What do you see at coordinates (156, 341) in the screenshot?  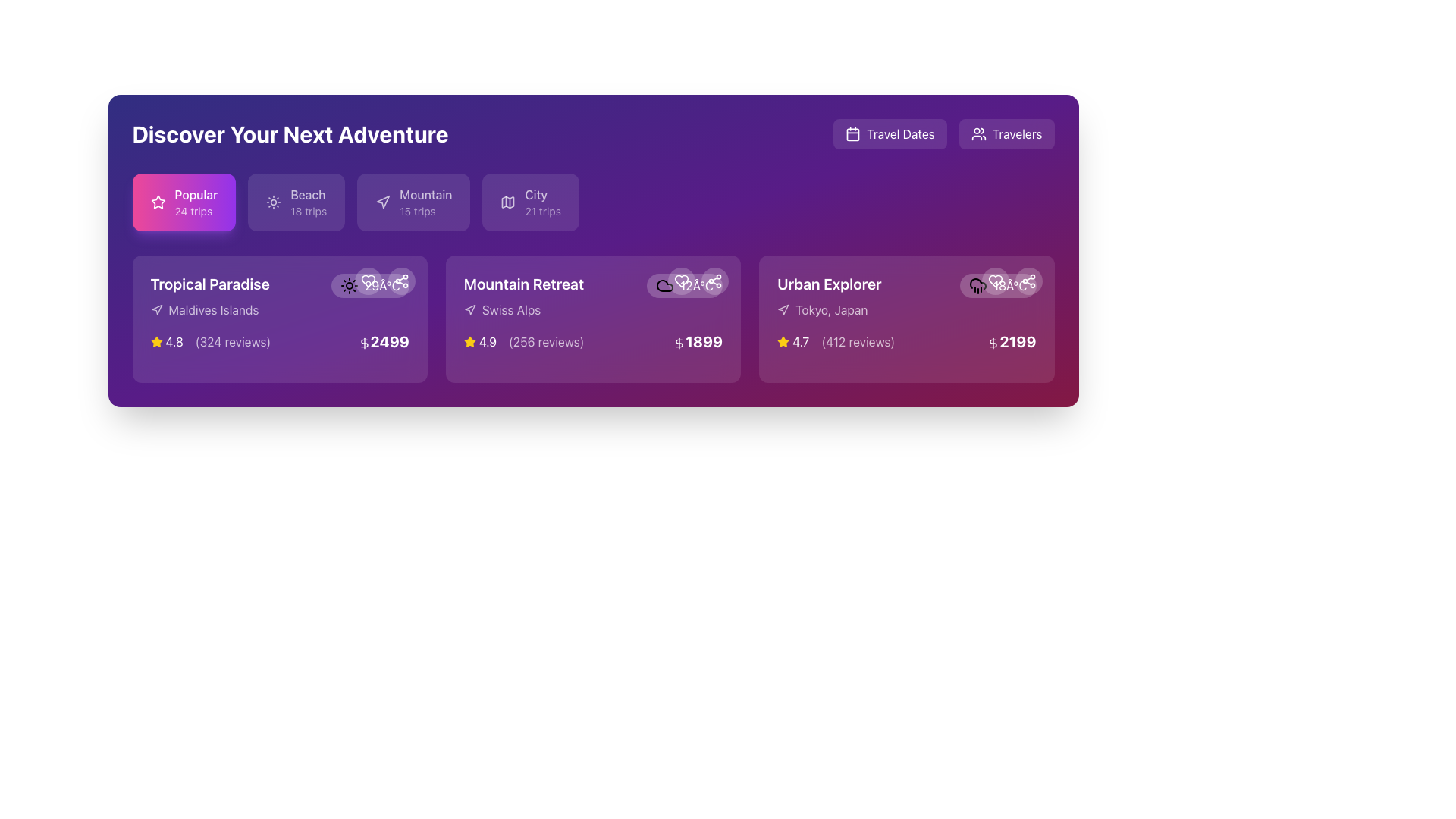 I see `the yellow star-shaped icon located to the left of the 'Popular' label in the trip category options` at bounding box center [156, 341].